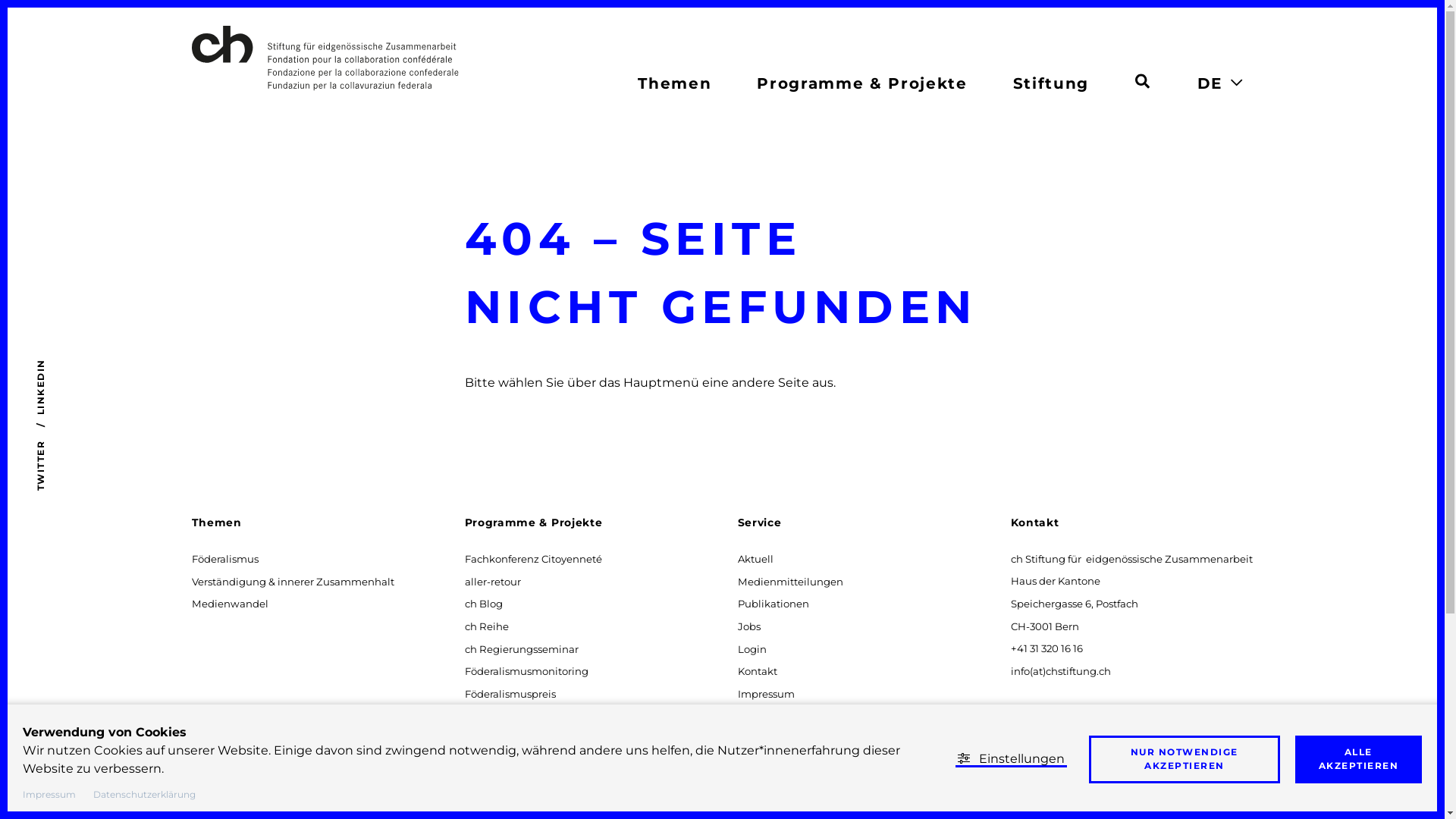  I want to click on 'aller-retour', so click(492, 580).